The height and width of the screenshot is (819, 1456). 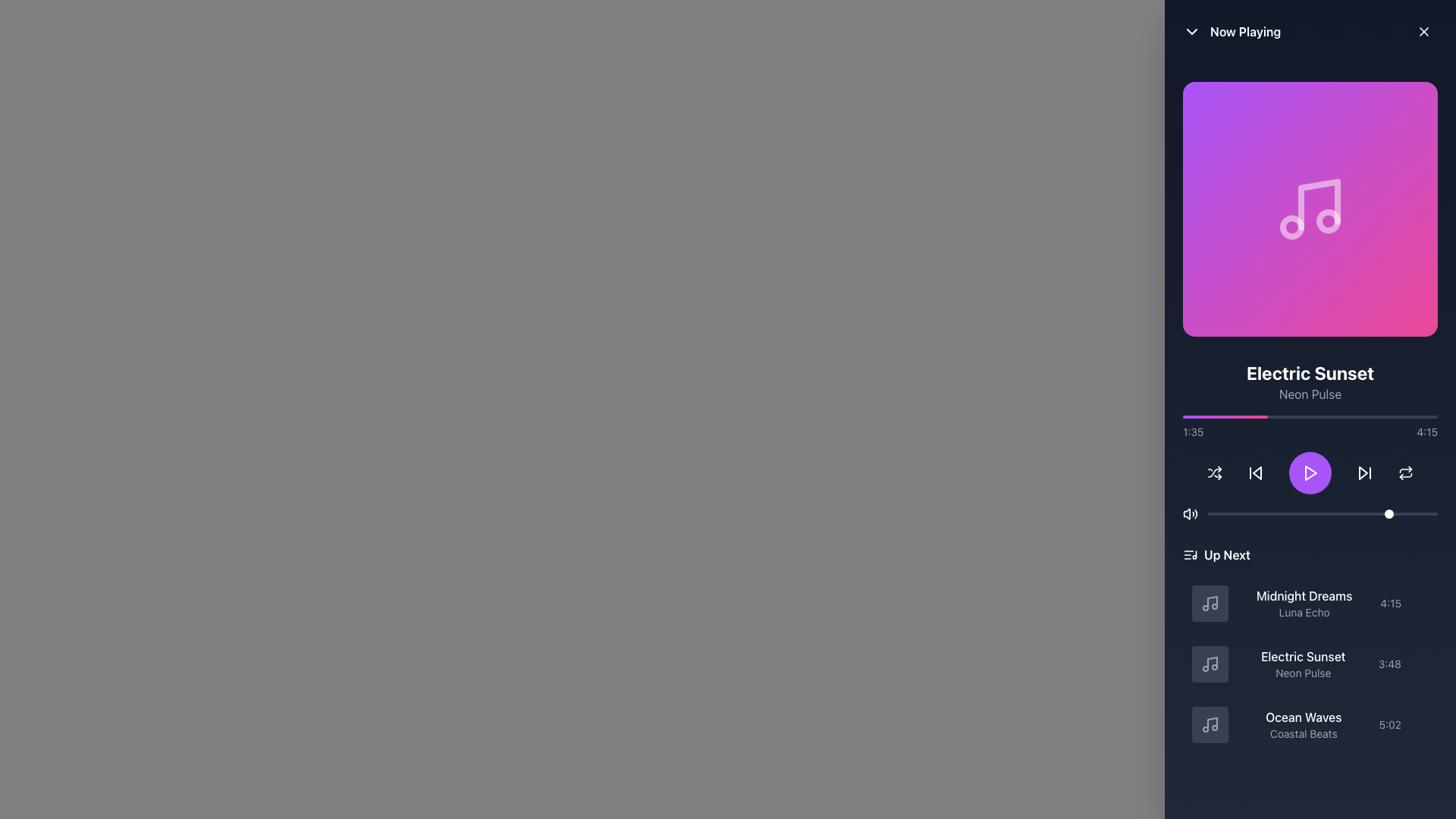 What do you see at coordinates (1303, 724) in the screenshot?
I see `the non-interactive label text 'Ocean Waves' which is the third item in the 'Up Next' section on the right side of the interface` at bounding box center [1303, 724].